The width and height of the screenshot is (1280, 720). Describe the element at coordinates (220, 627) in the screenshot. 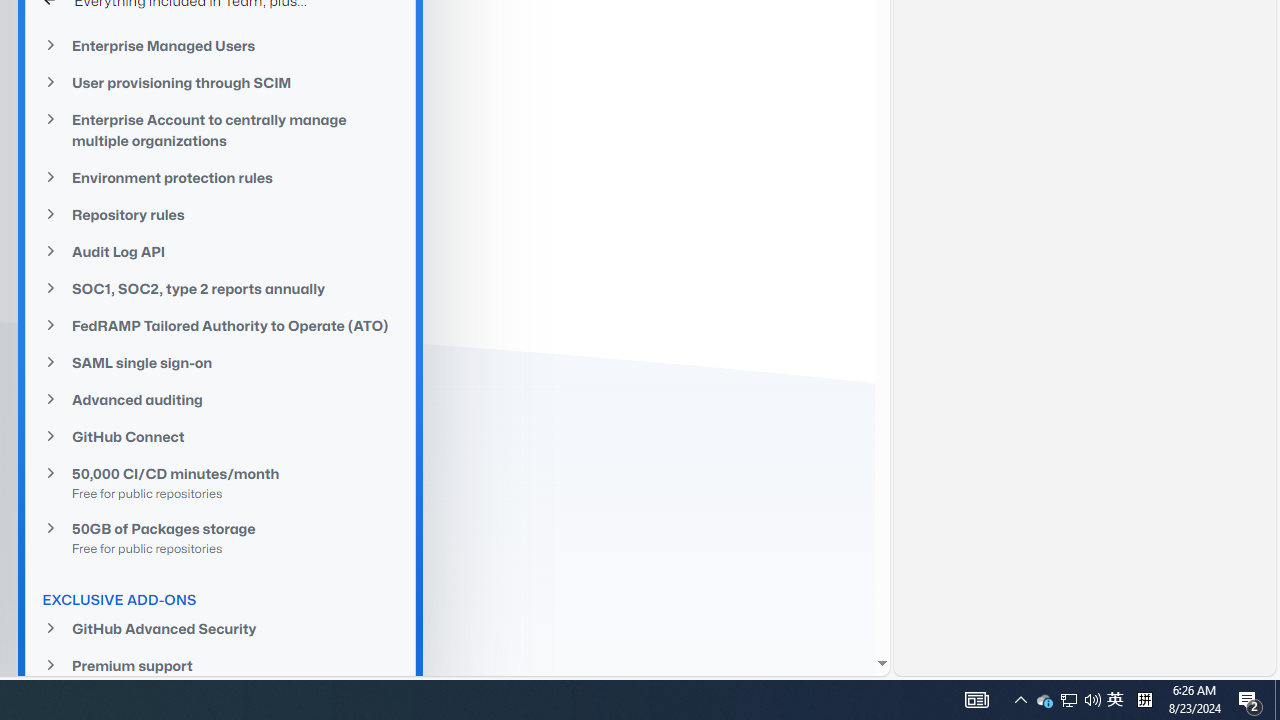

I see `'GitHub Advanced Security'` at that location.